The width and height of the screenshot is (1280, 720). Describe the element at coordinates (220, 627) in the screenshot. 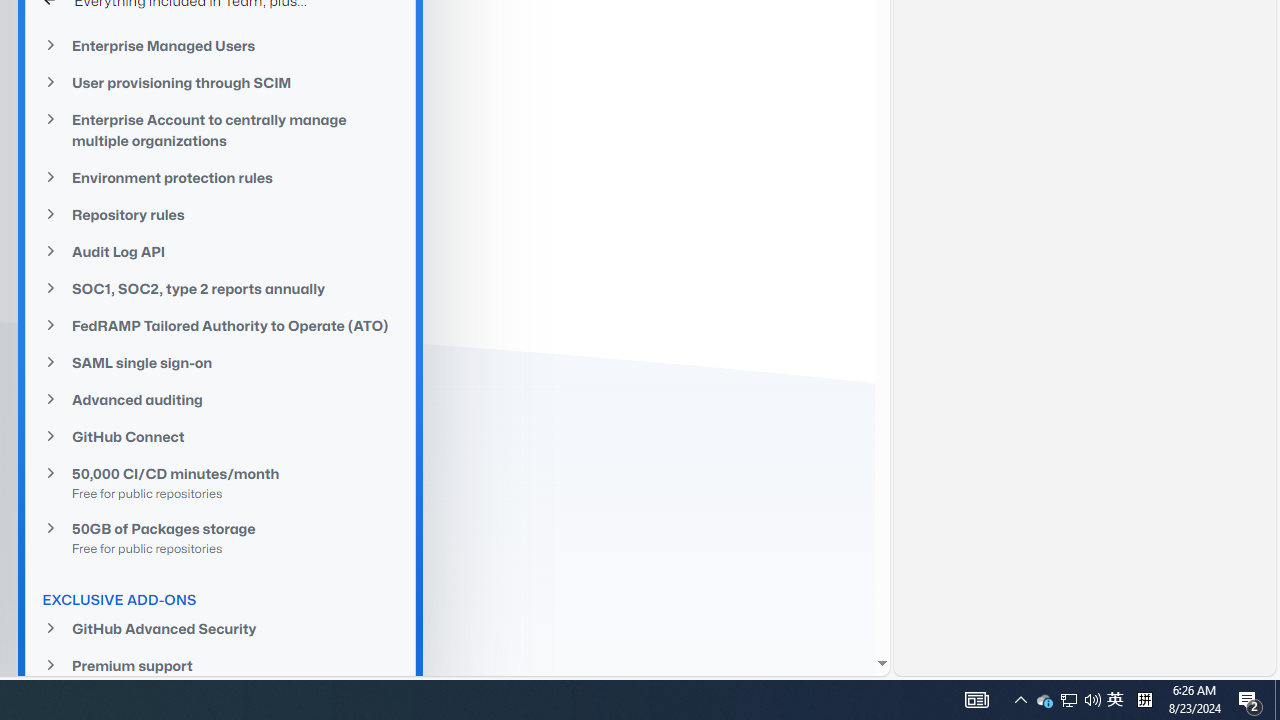

I see `'GitHub Advanced Security'` at that location.